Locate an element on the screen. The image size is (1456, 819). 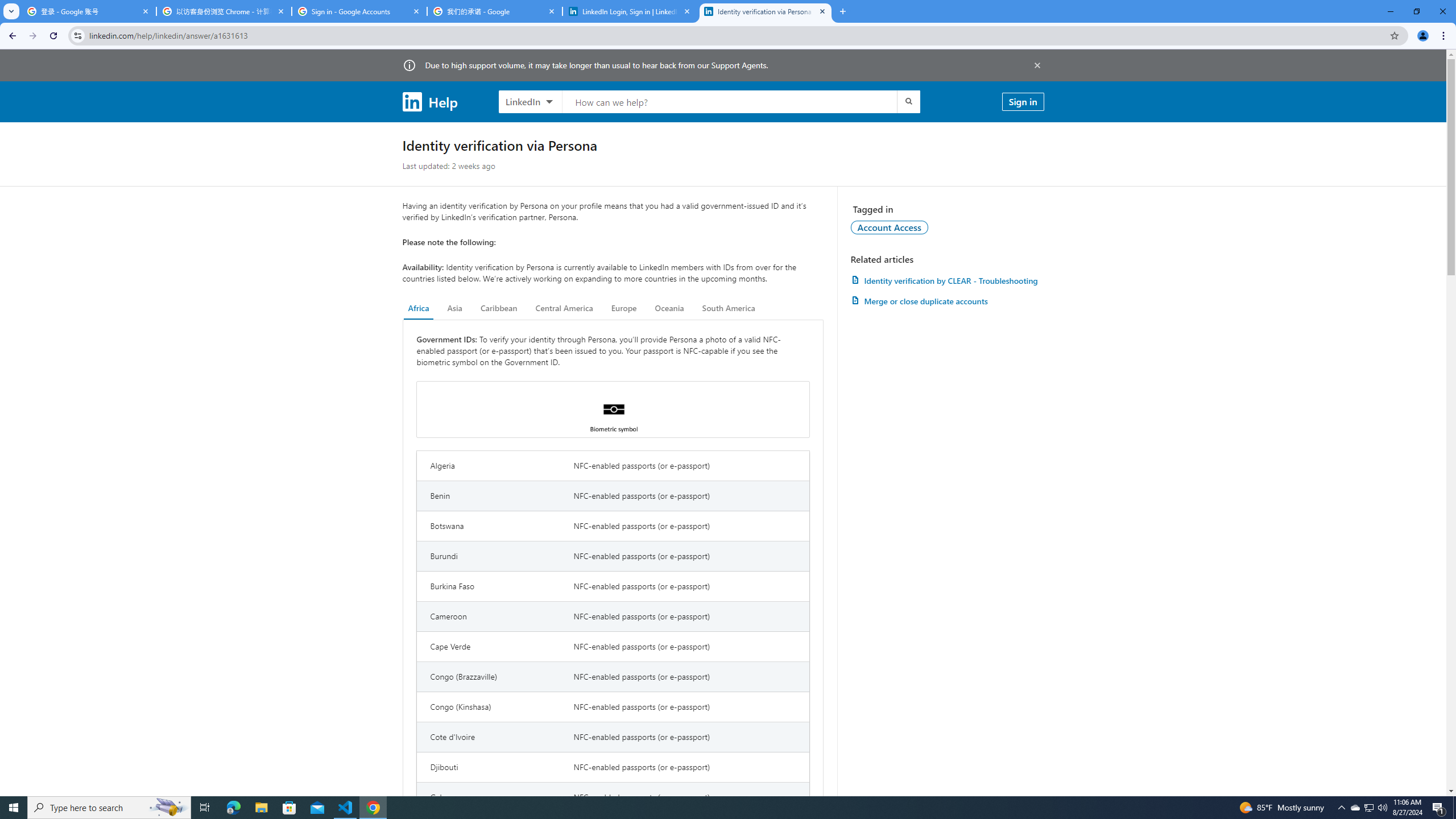
'Submit search' is located at coordinates (908, 101).